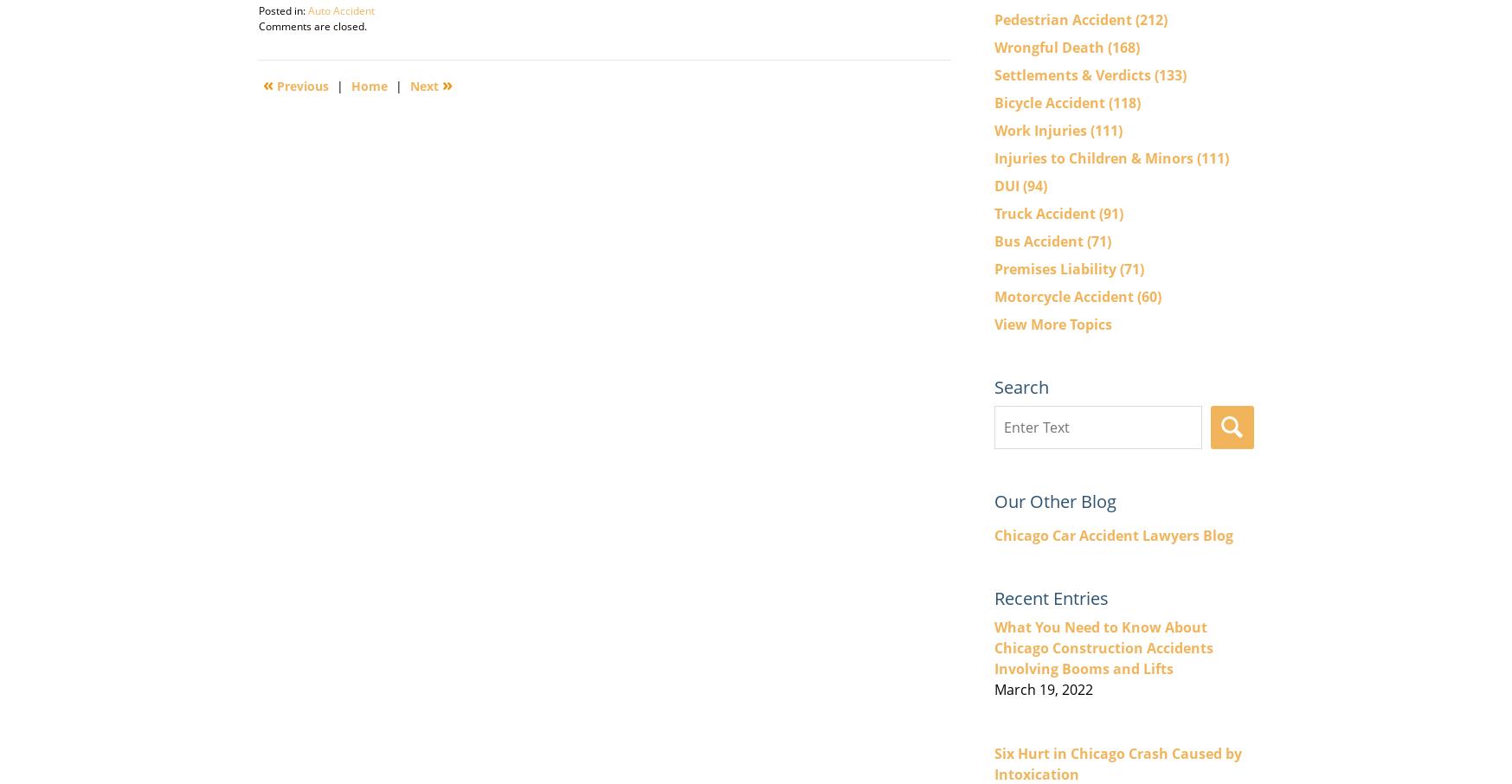 This screenshot has width=1512, height=784. I want to click on 'Wrongful Death', so click(1050, 46).